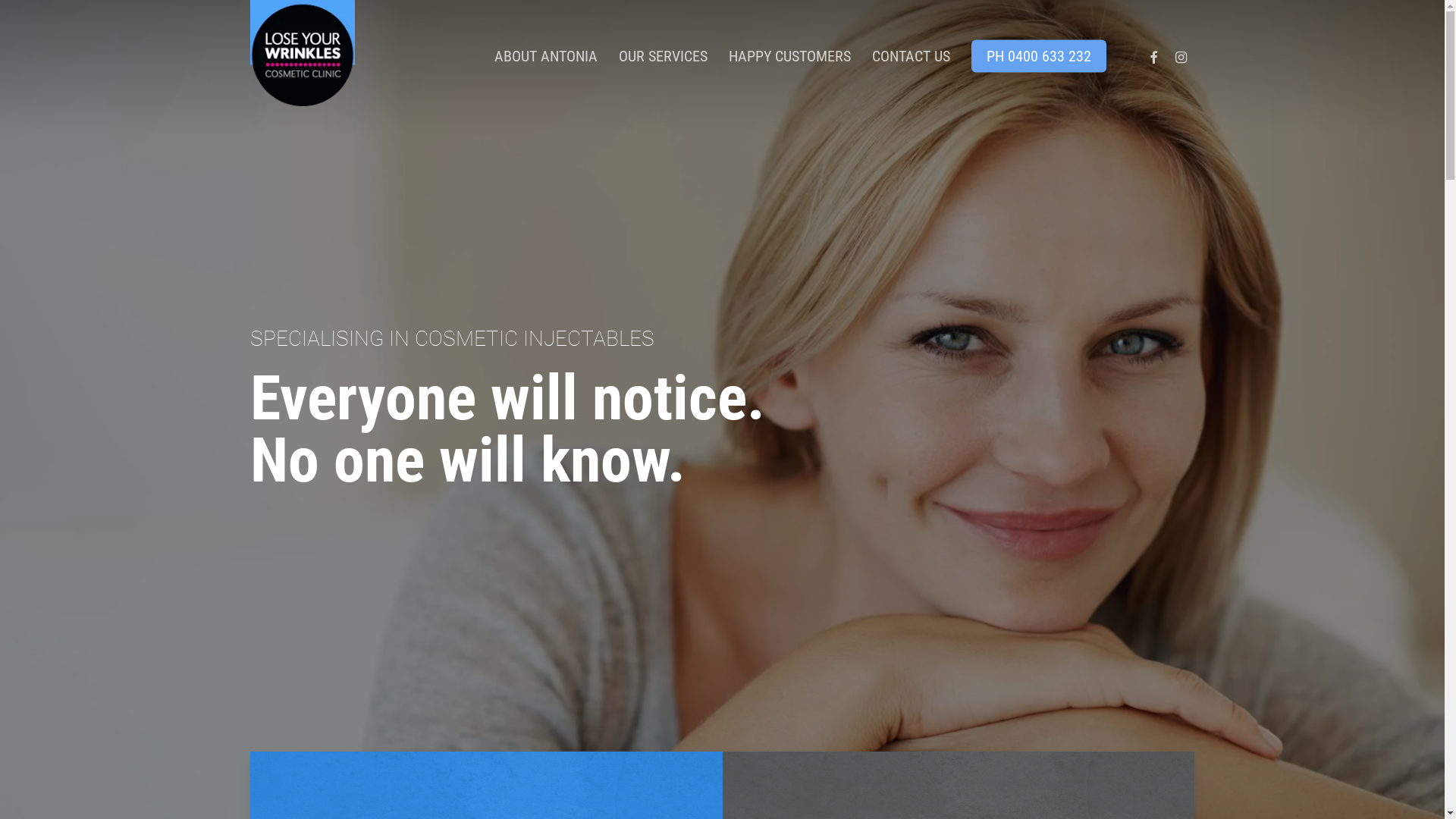  Describe the element at coordinates (789, 55) in the screenshot. I see `'HAPPY CUSTOMERS'` at that location.